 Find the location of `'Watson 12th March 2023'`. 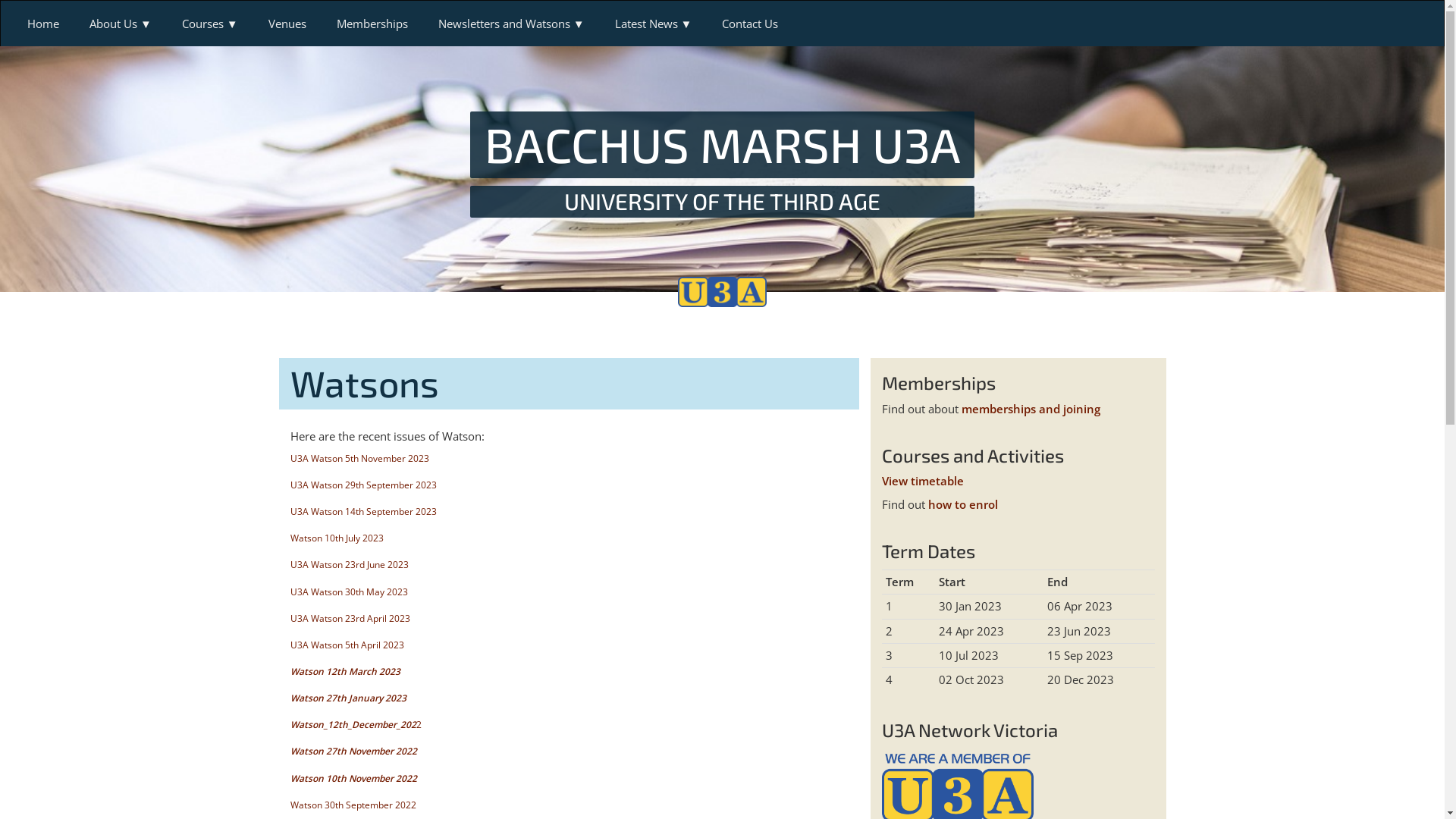

'Watson 12th March 2023' is located at coordinates (344, 670).